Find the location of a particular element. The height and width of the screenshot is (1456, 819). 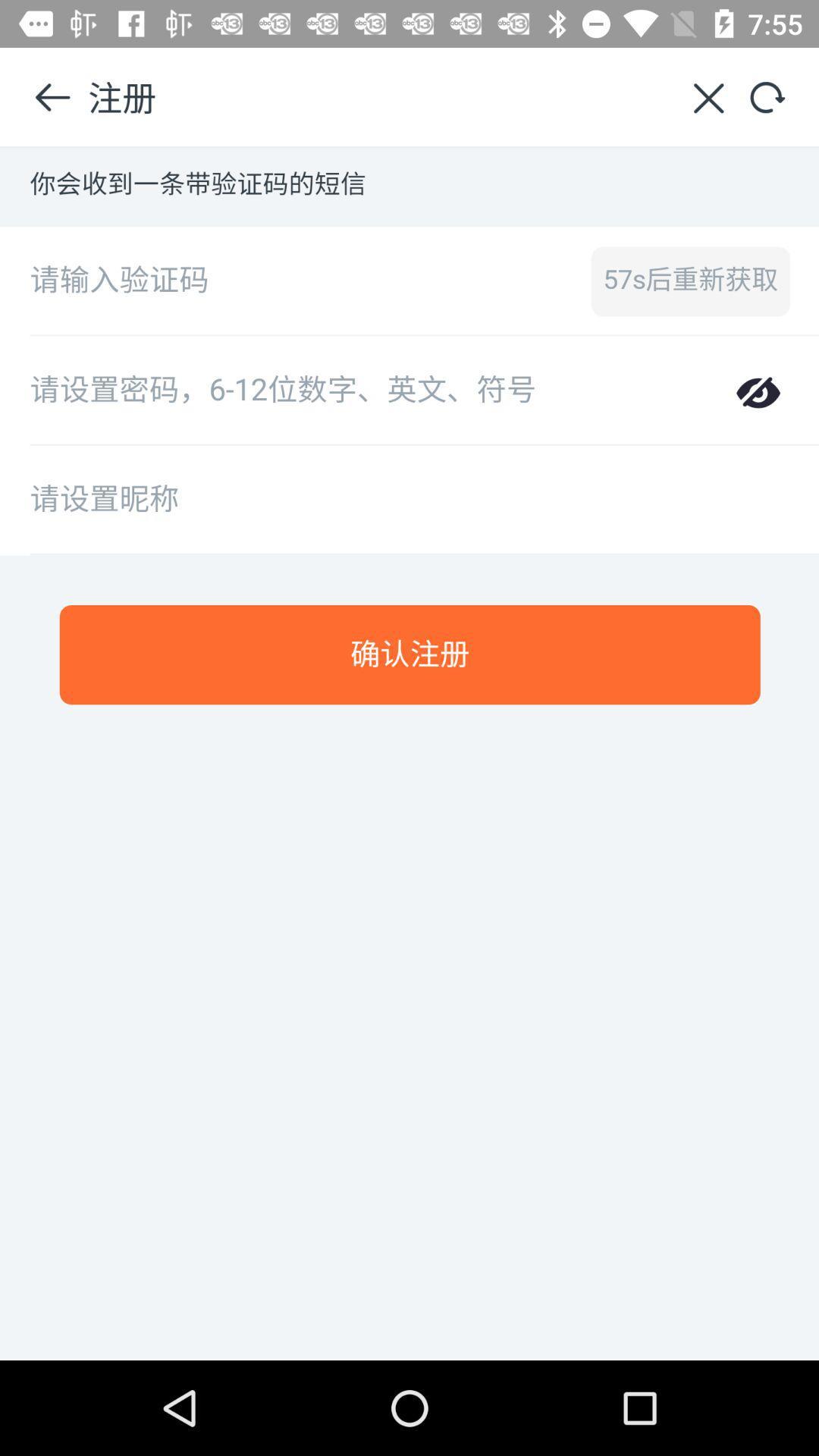

advertisement is located at coordinates (409, 754).